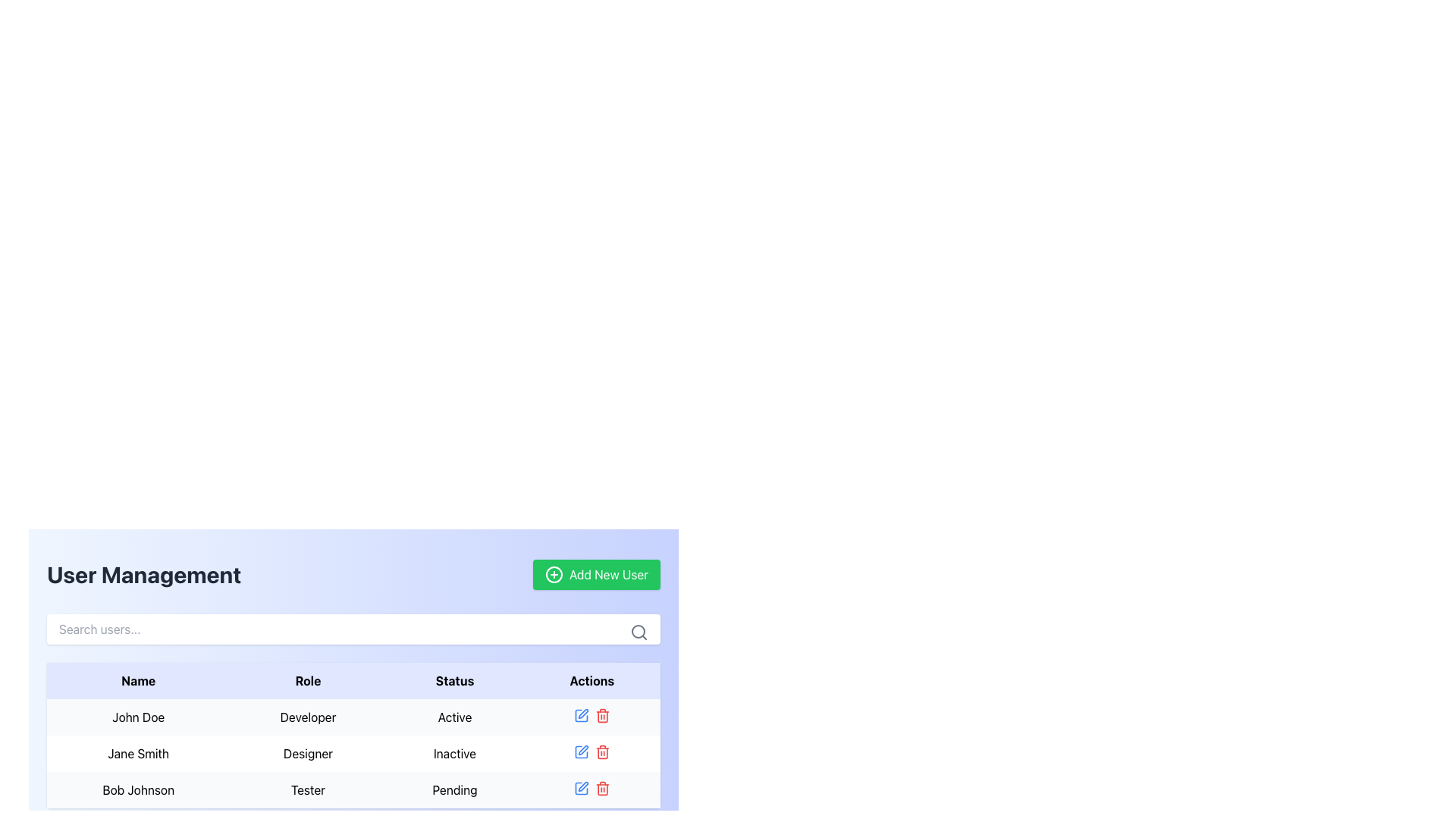  I want to click on the bold text label displaying 'Actions' located at the top-right corner of the table header row, so click(591, 680).